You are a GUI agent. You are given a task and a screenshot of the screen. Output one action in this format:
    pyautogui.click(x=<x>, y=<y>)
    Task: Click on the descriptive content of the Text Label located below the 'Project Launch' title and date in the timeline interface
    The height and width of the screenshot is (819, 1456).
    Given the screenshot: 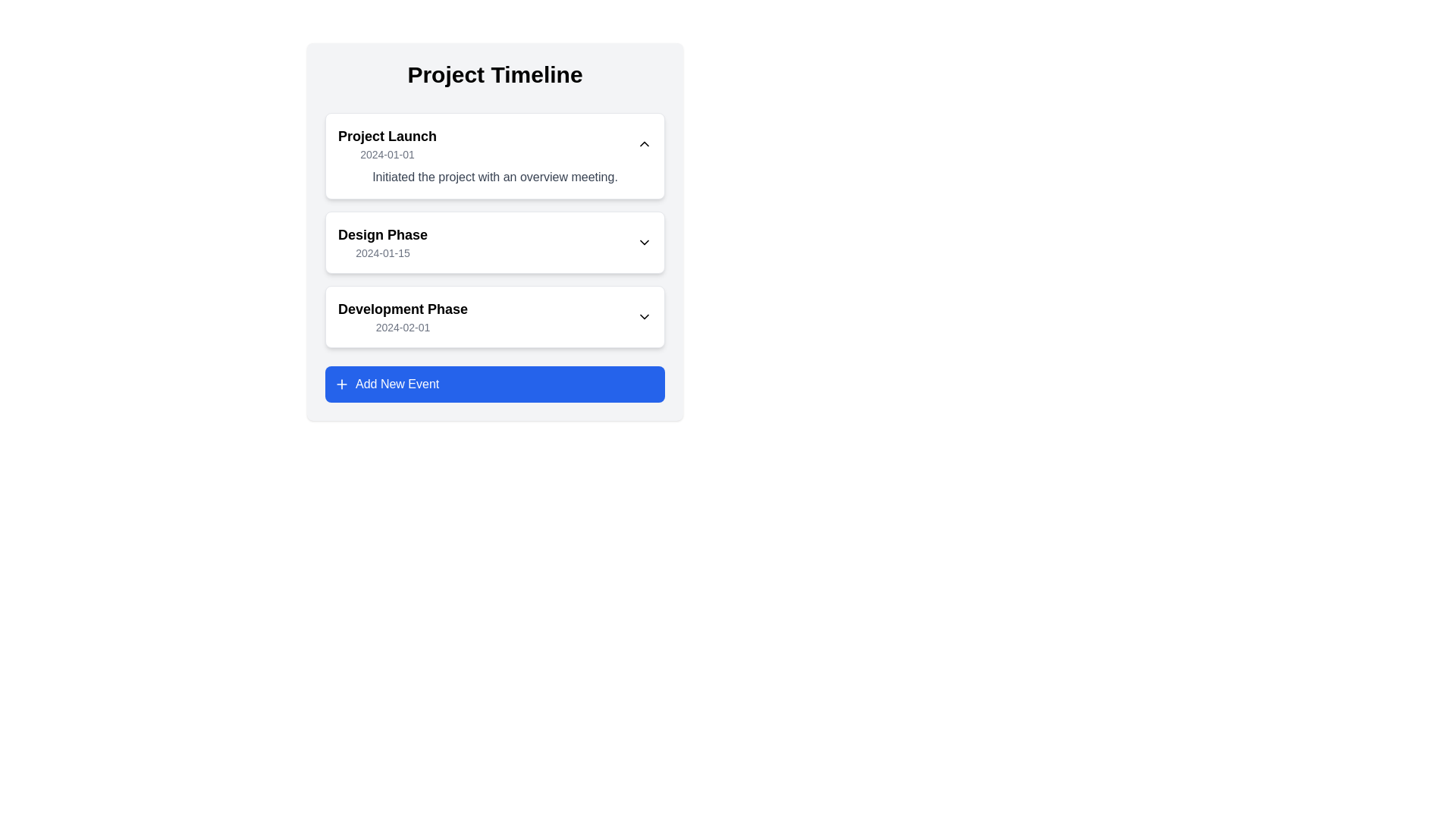 What is the action you would take?
    pyautogui.click(x=494, y=177)
    